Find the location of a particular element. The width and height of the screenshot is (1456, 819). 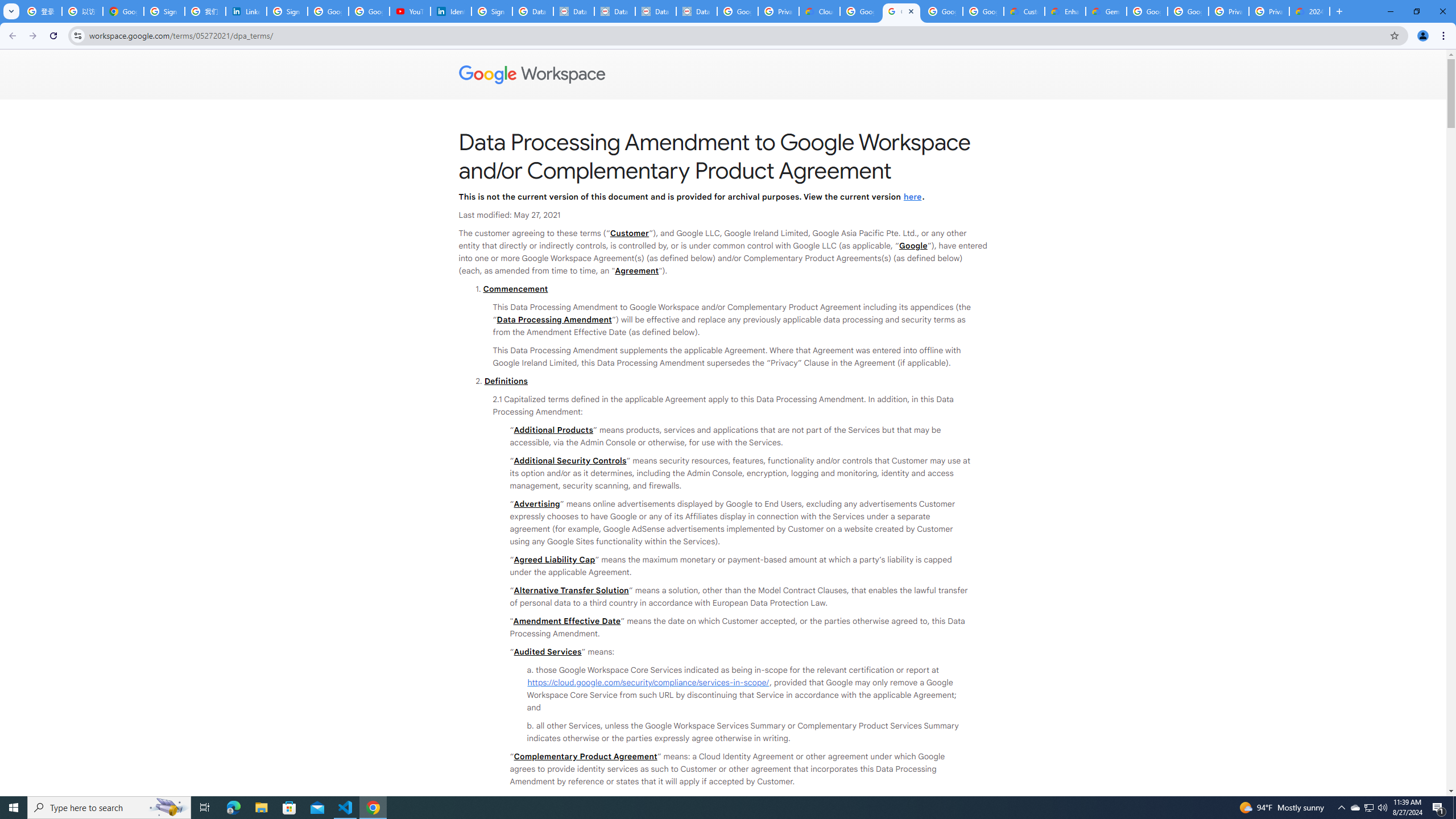

'Sign in - Google Accounts' is located at coordinates (164, 11).